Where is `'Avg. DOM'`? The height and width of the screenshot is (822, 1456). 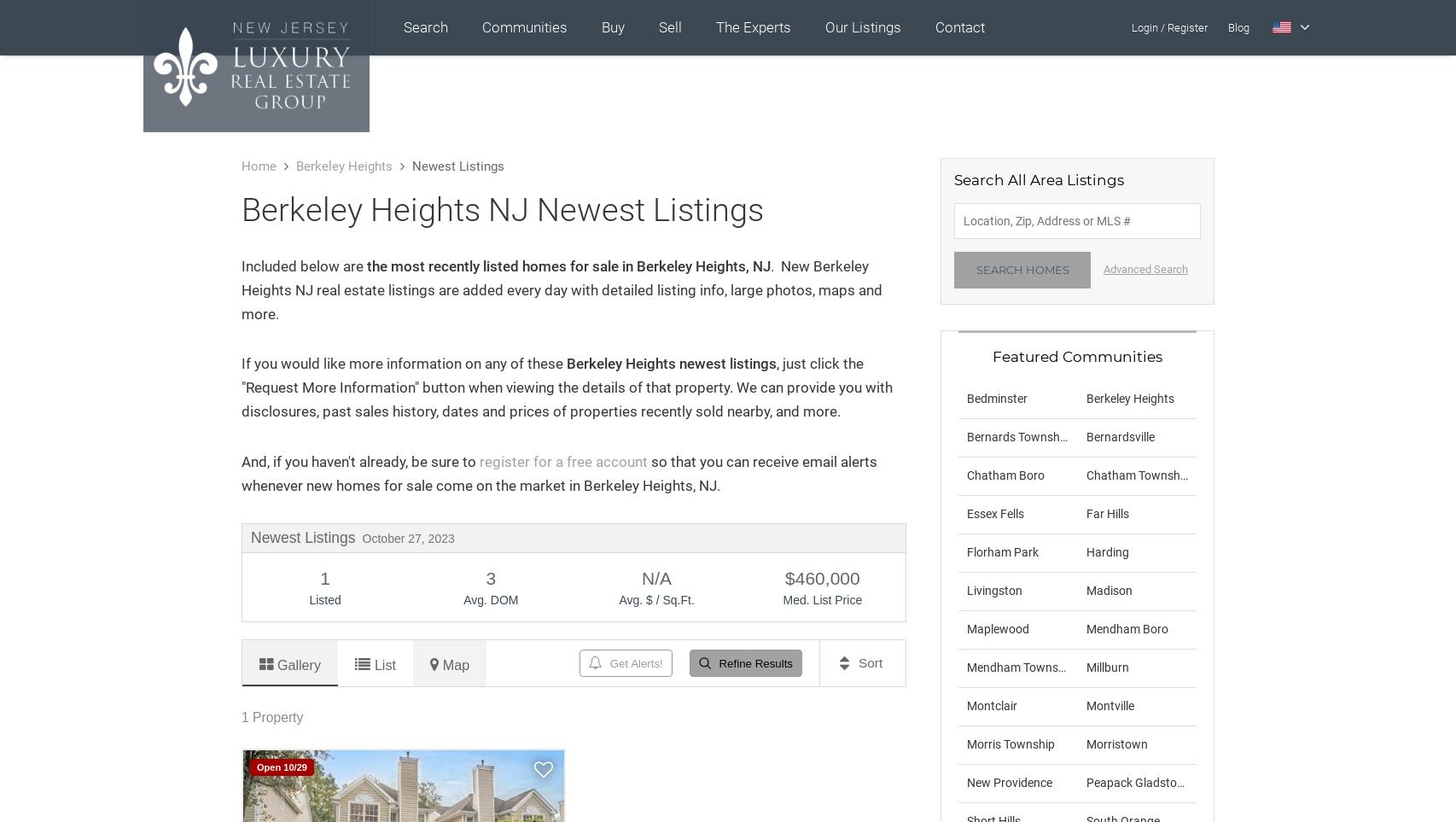
'Avg. DOM' is located at coordinates (489, 598).